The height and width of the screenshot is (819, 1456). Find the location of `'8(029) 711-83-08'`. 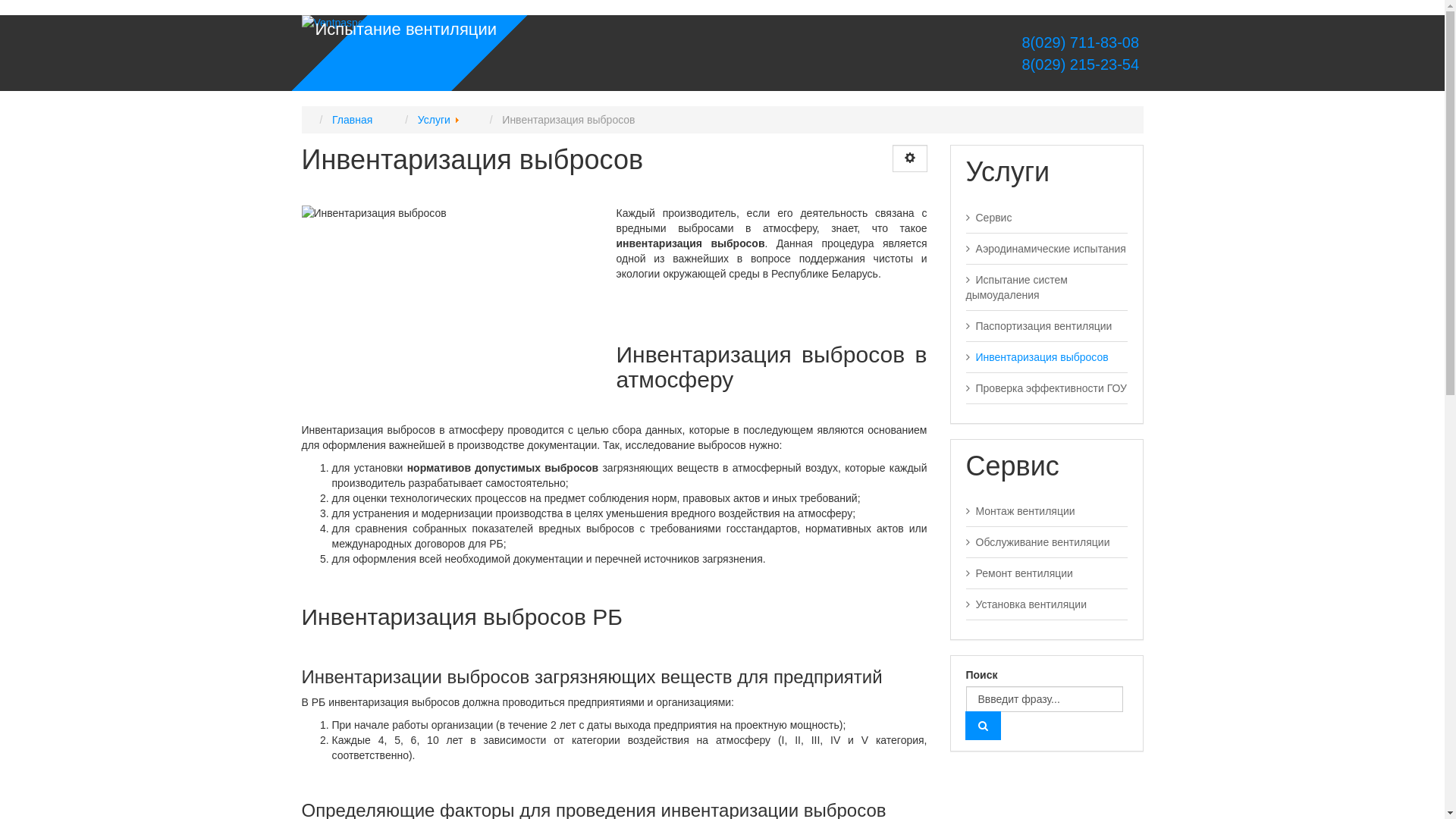

'8(029) 711-83-08' is located at coordinates (1080, 42).